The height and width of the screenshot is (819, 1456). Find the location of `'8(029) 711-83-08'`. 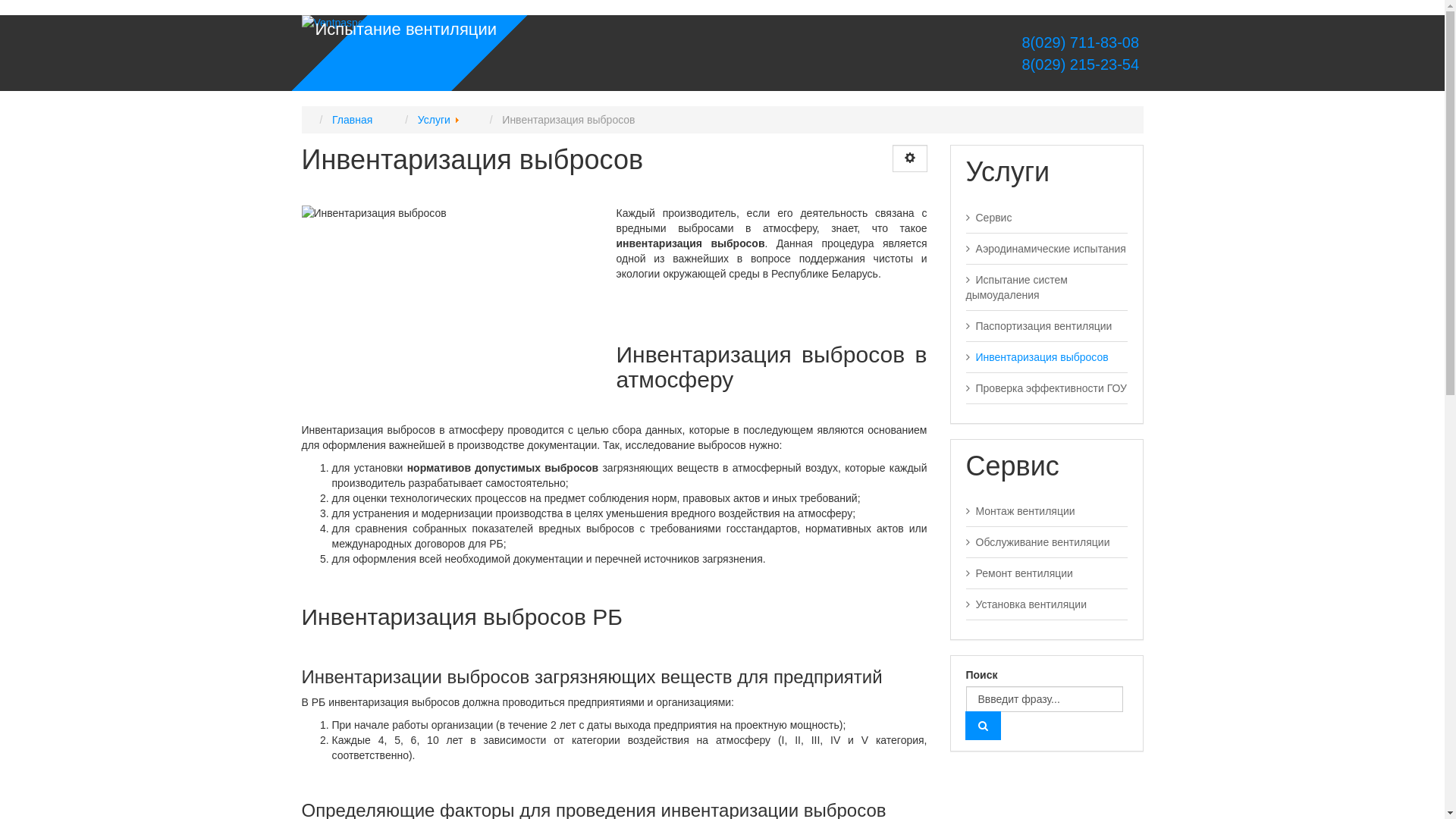

'8(029) 711-83-08' is located at coordinates (1080, 42).